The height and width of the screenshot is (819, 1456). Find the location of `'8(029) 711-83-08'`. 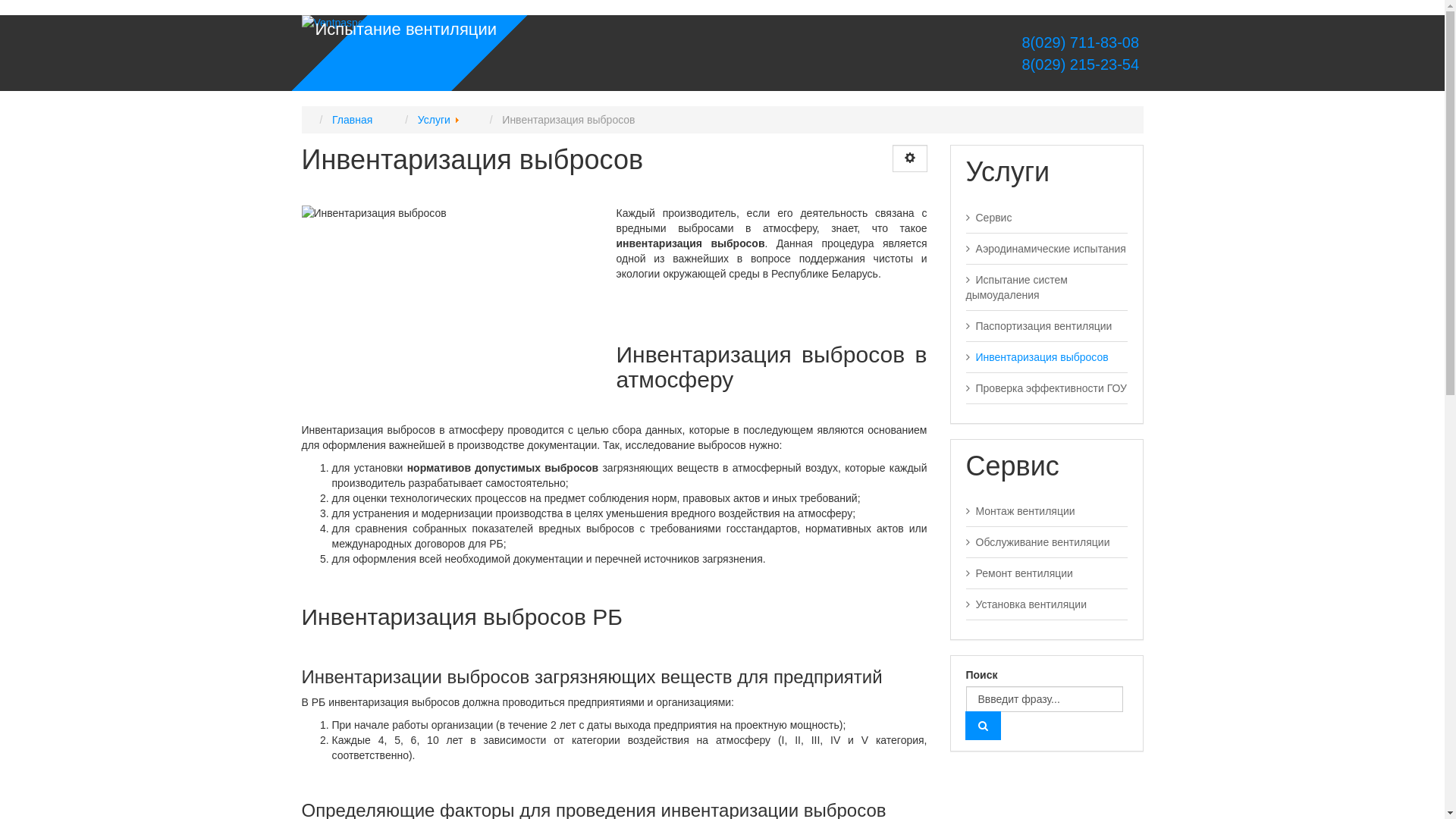

'8(029) 711-83-08' is located at coordinates (1080, 42).